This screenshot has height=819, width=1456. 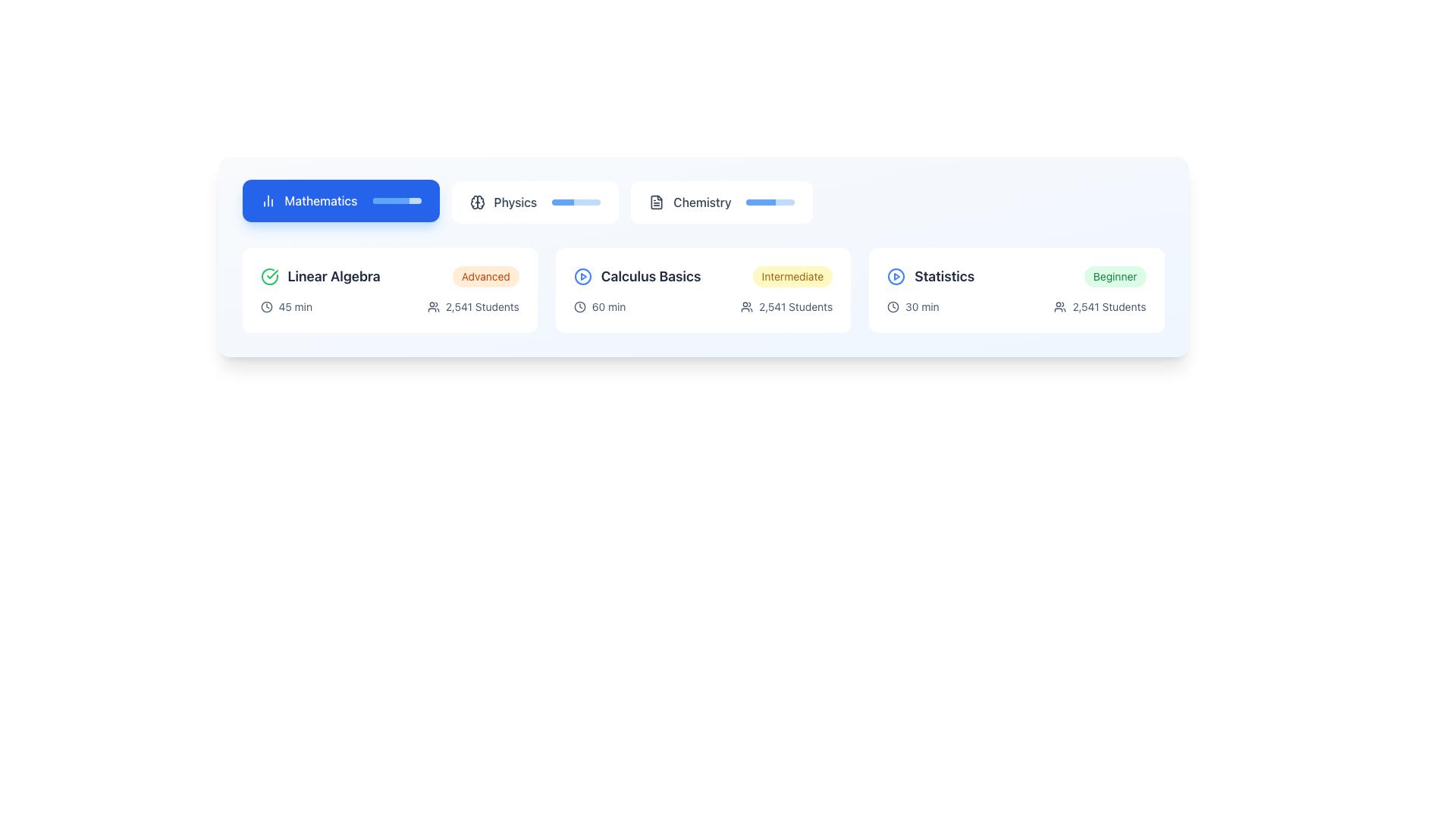 What do you see at coordinates (340, 200) in the screenshot?
I see `the blue 'Mathematics' button with a rounded rectangle shape, which contains an icon of statistical columns and the text 'Mathematics' in white` at bounding box center [340, 200].